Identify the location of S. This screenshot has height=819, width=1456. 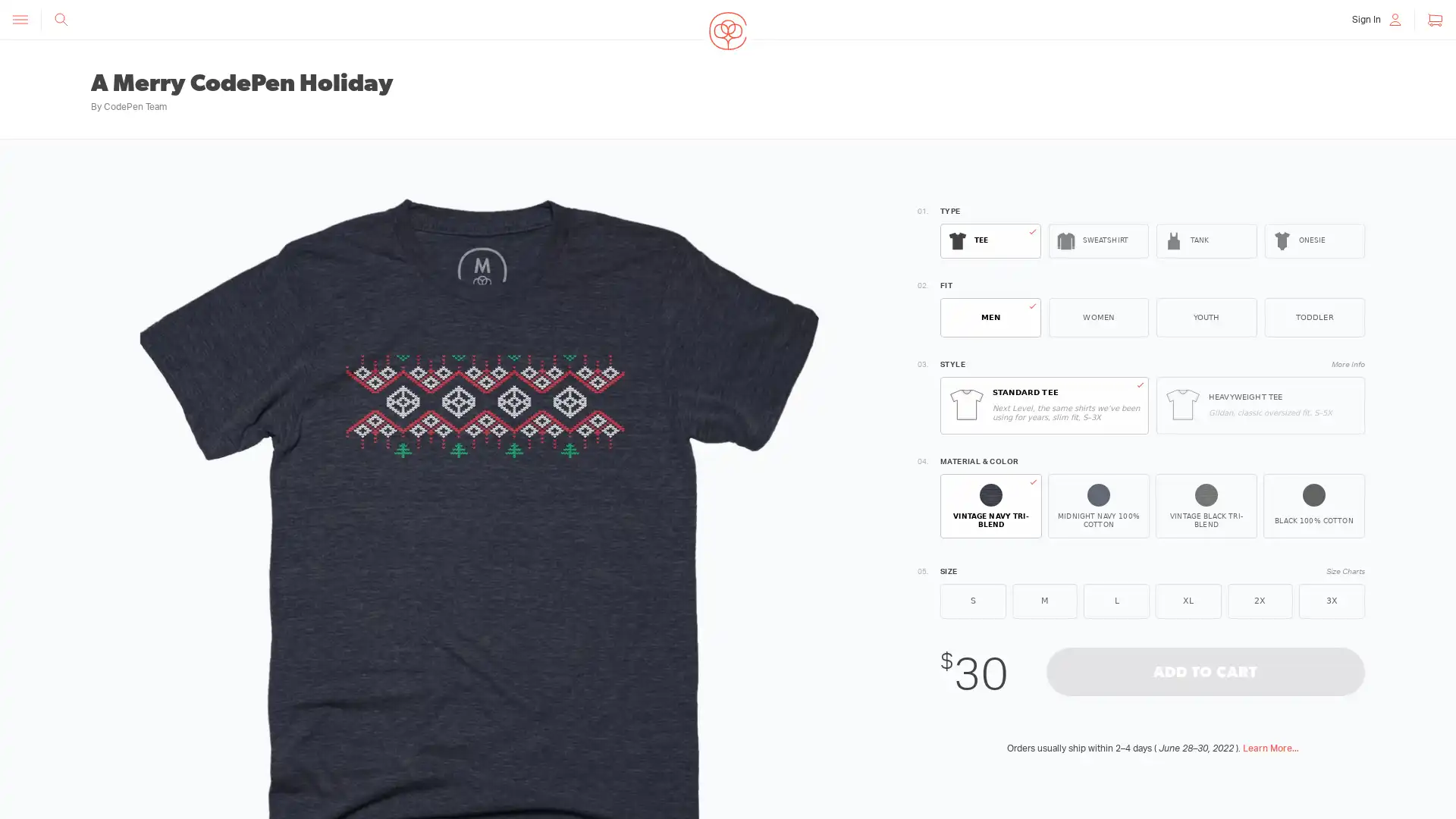
(972, 599).